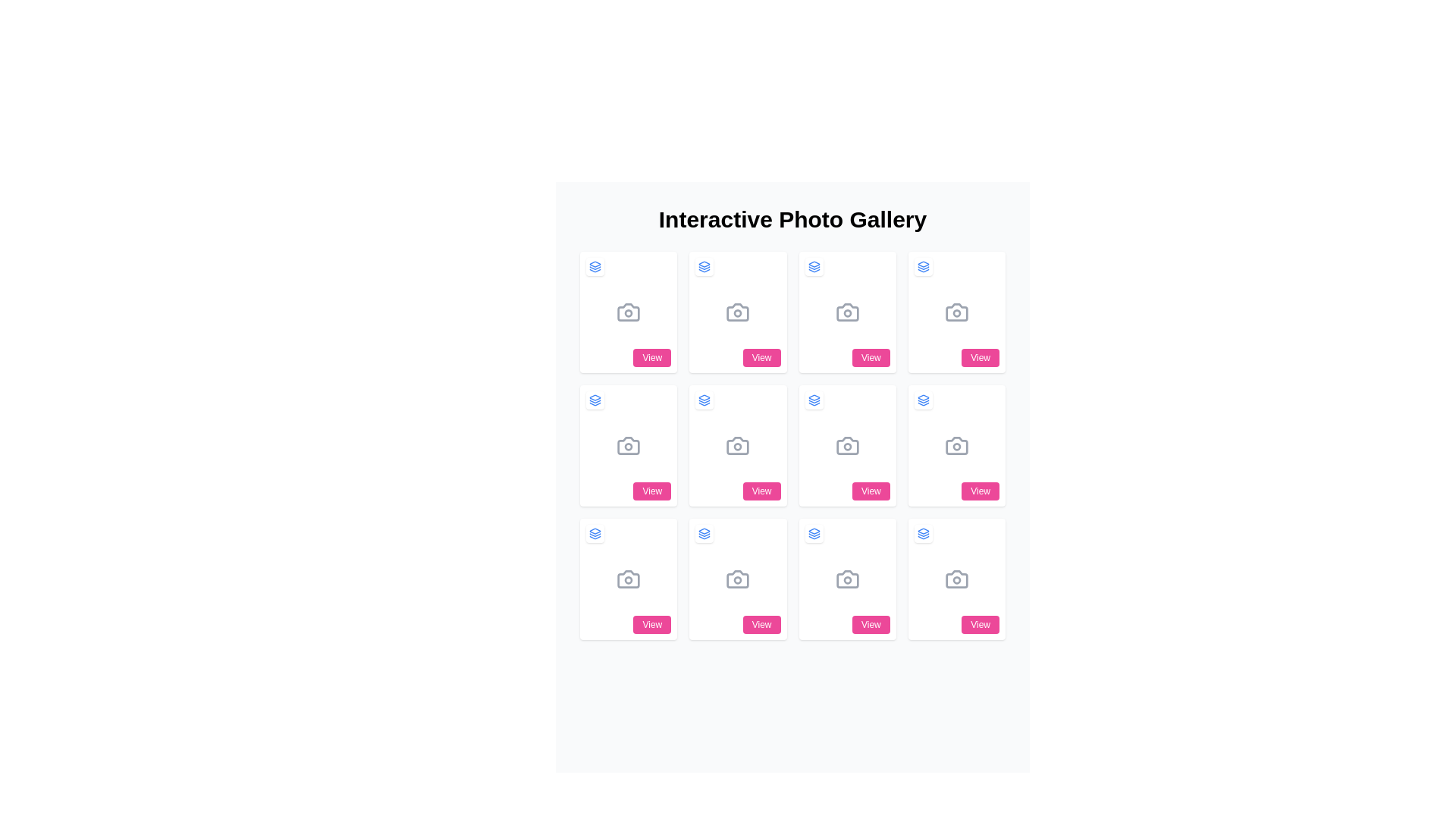  Describe the element at coordinates (738, 444) in the screenshot. I see `the second card in the second row of the interactive photo gallery that represents a specific photo item` at that location.